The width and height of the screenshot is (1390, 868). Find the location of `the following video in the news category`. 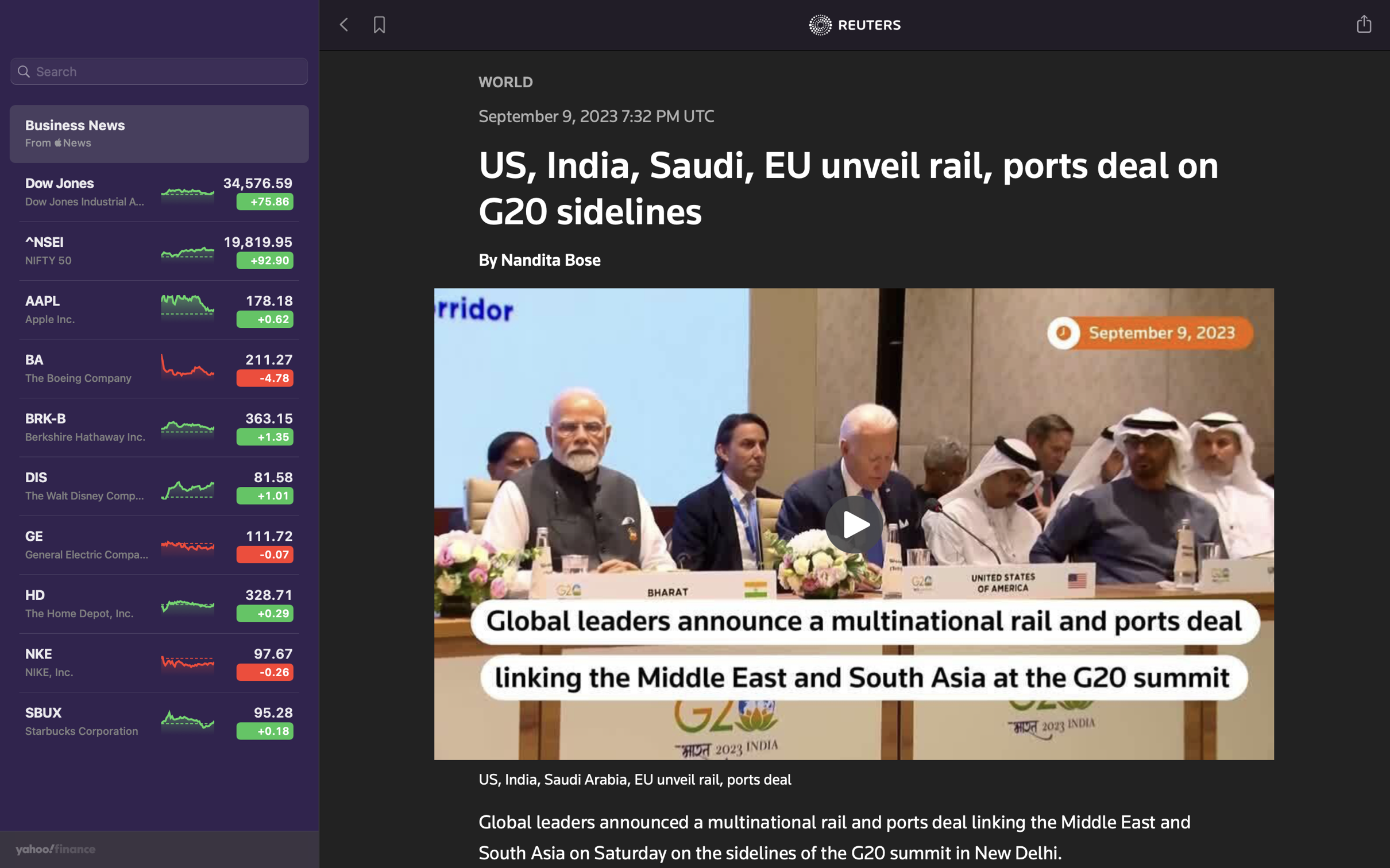

the following video in the news category is located at coordinates (855, 522).